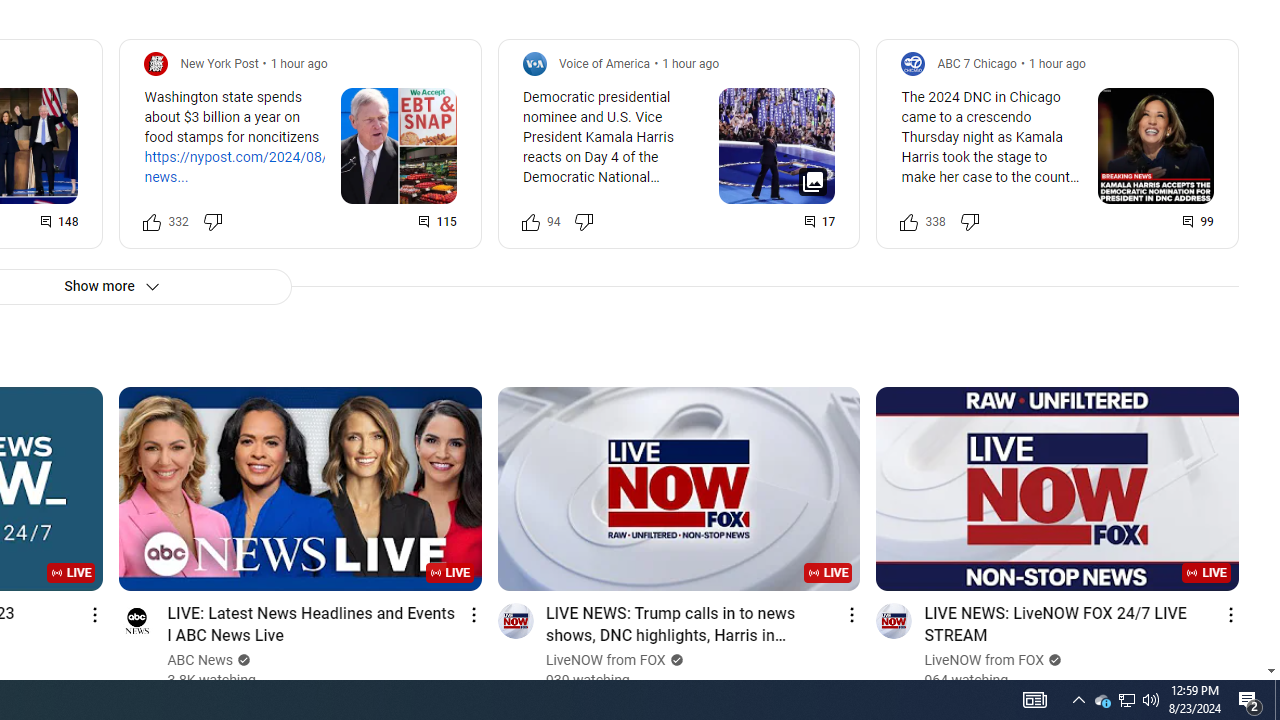 The image size is (1280, 720). Describe the element at coordinates (530, 221) in the screenshot. I see `'Like this post along with 94 other people'` at that location.